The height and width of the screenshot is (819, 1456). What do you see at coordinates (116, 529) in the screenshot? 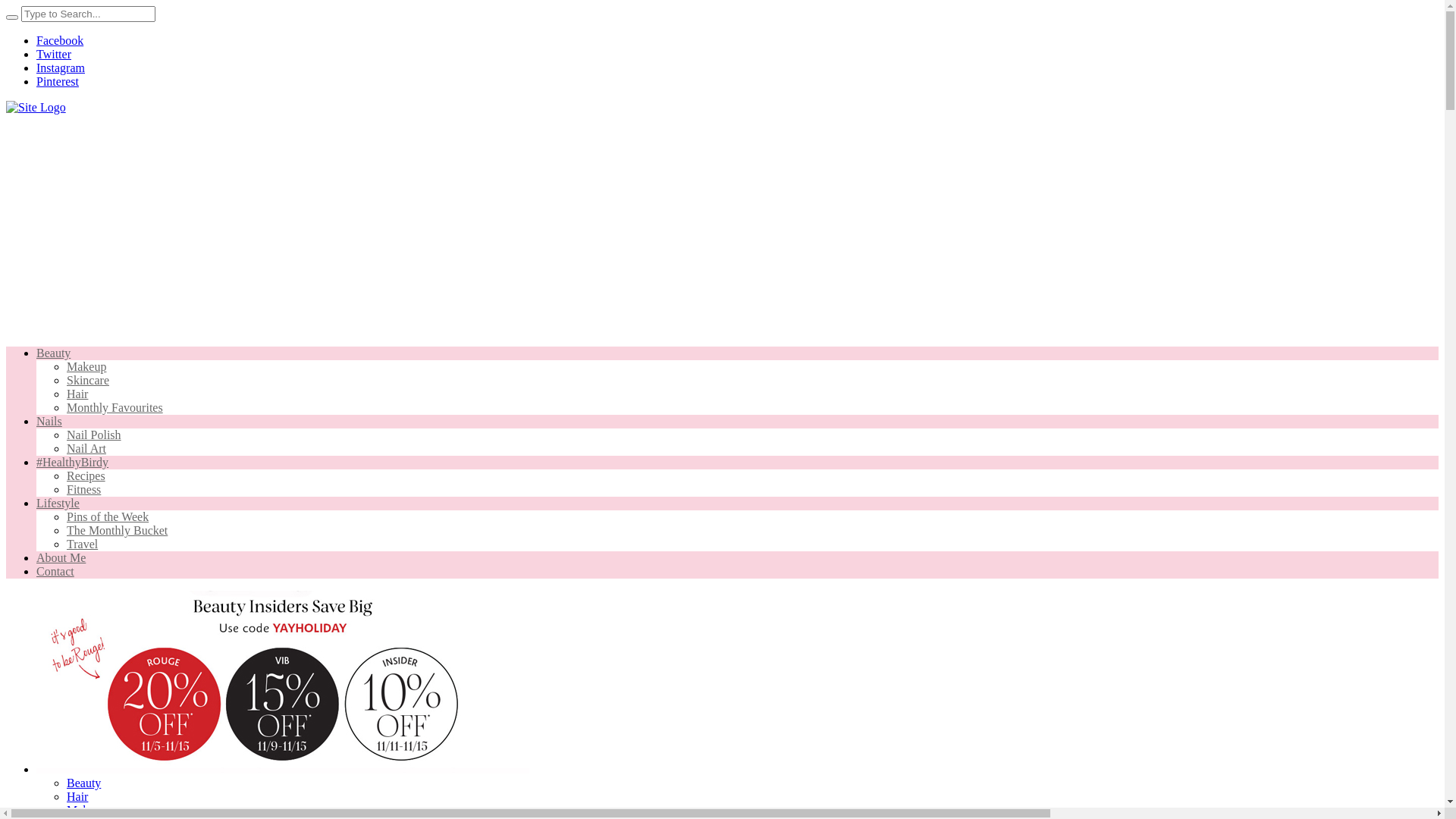
I see `'The Monthly Bucket'` at bounding box center [116, 529].